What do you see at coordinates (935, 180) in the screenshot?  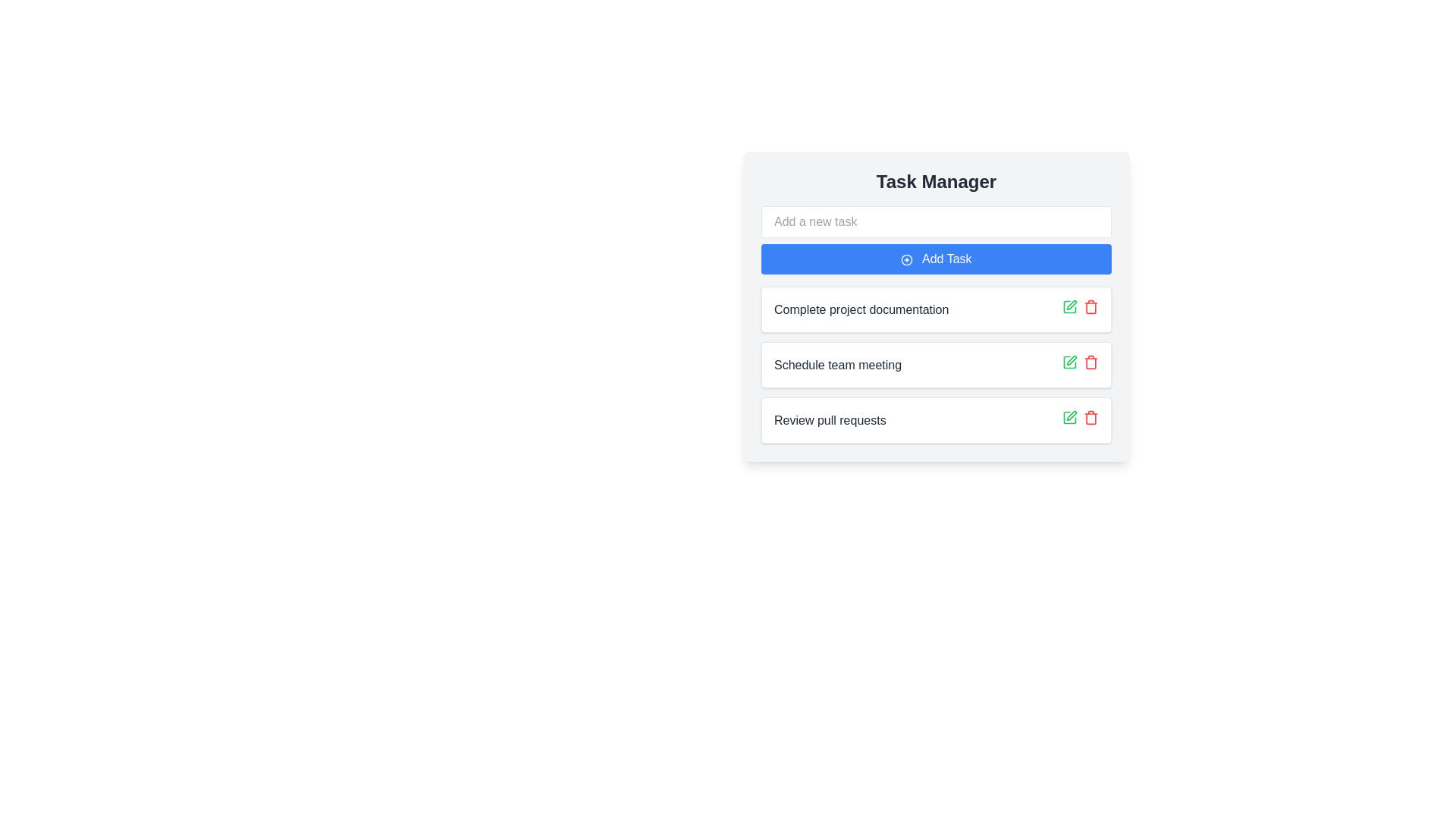 I see `the header text reading 'Task Manager', which is styled with bold, extra-large font and colored dark gray, located at the top of the task management component` at bounding box center [935, 180].